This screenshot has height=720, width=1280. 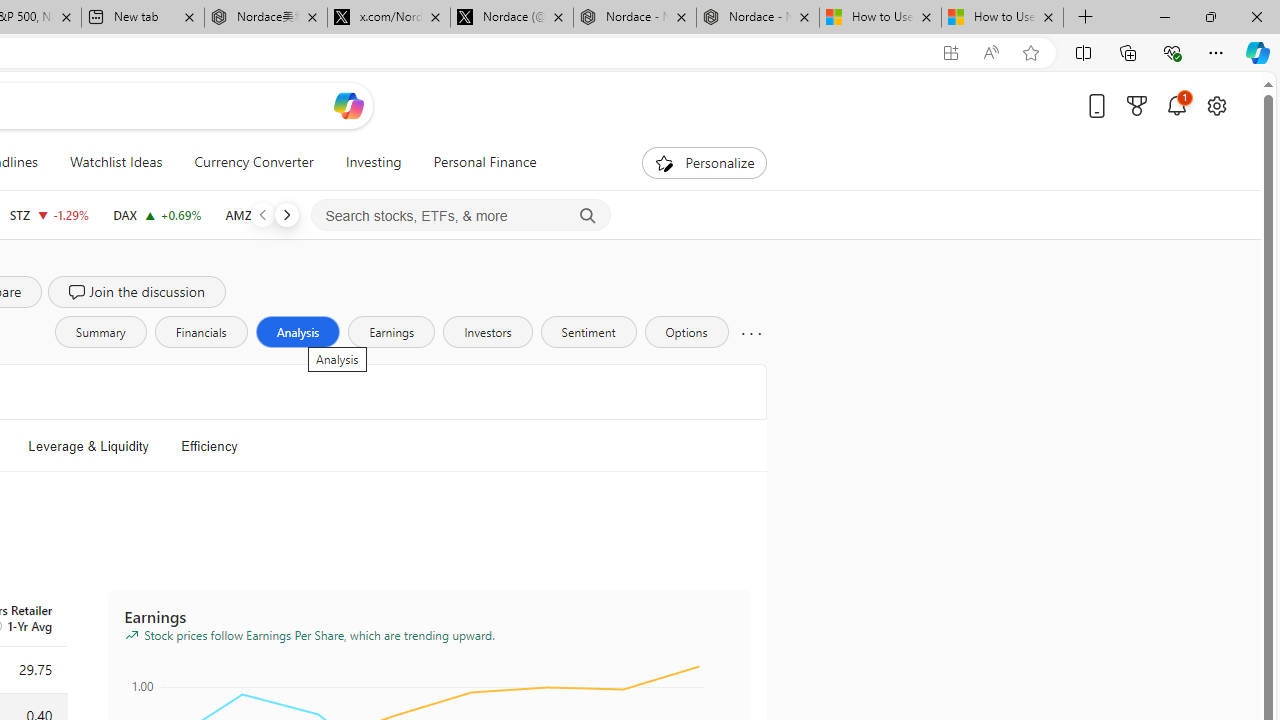 I want to click on 'x.com/NordaceOfficial', so click(x=389, y=17).